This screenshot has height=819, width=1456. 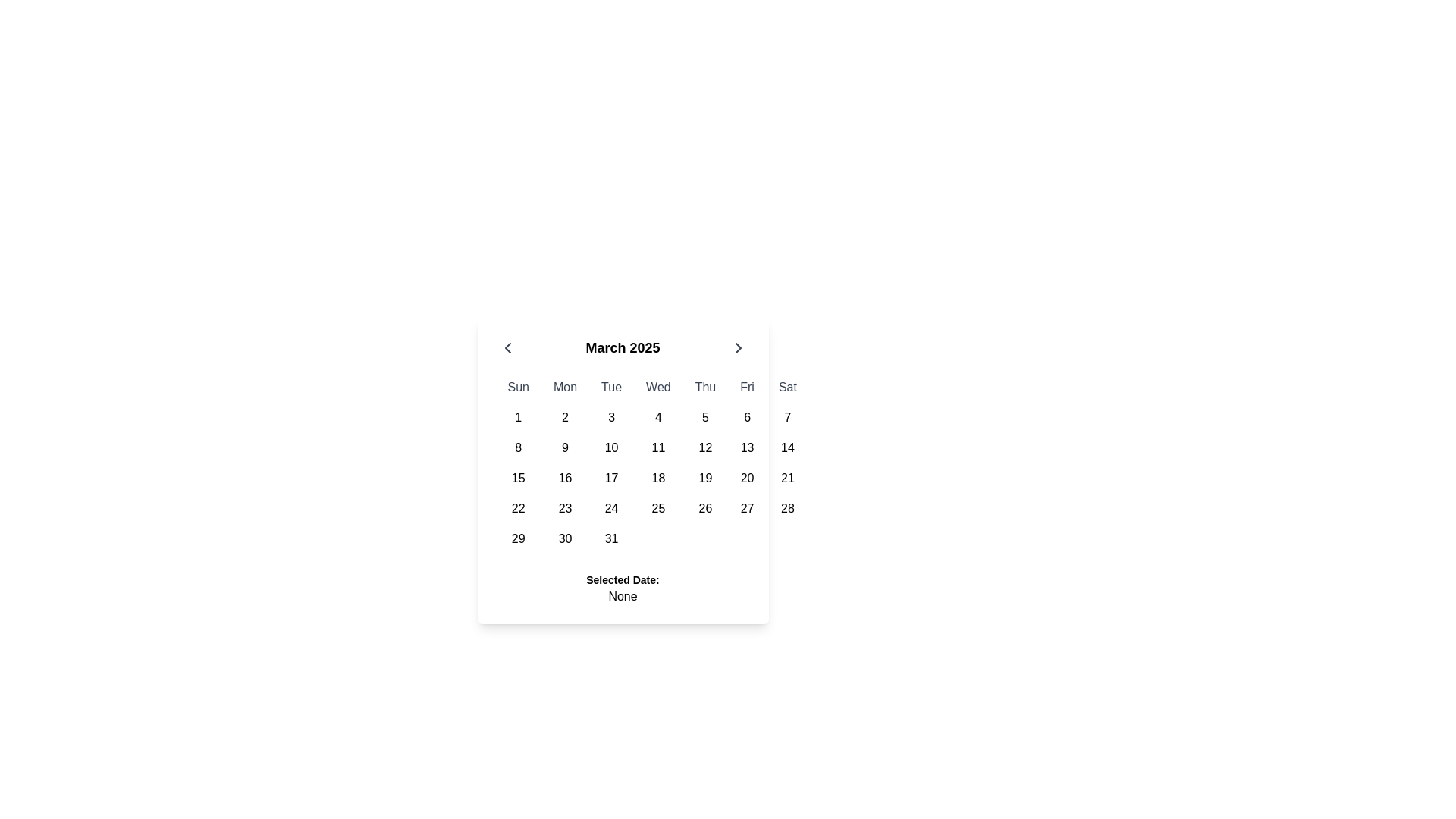 I want to click on the rounded rectangular text element displaying the number '23', so click(x=564, y=509).